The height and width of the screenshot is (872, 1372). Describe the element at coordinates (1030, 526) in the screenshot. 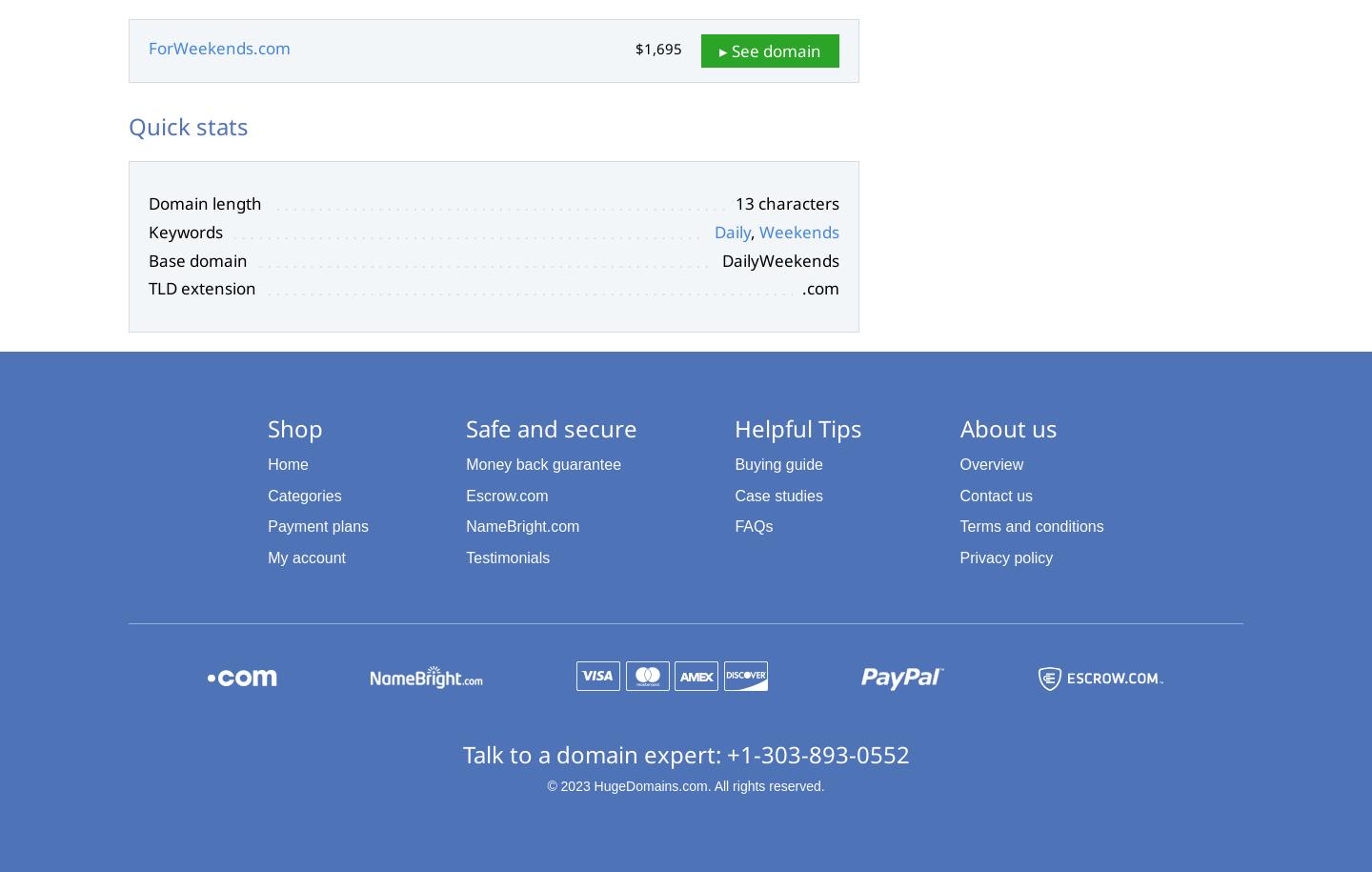

I see `'Terms and conditions'` at that location.